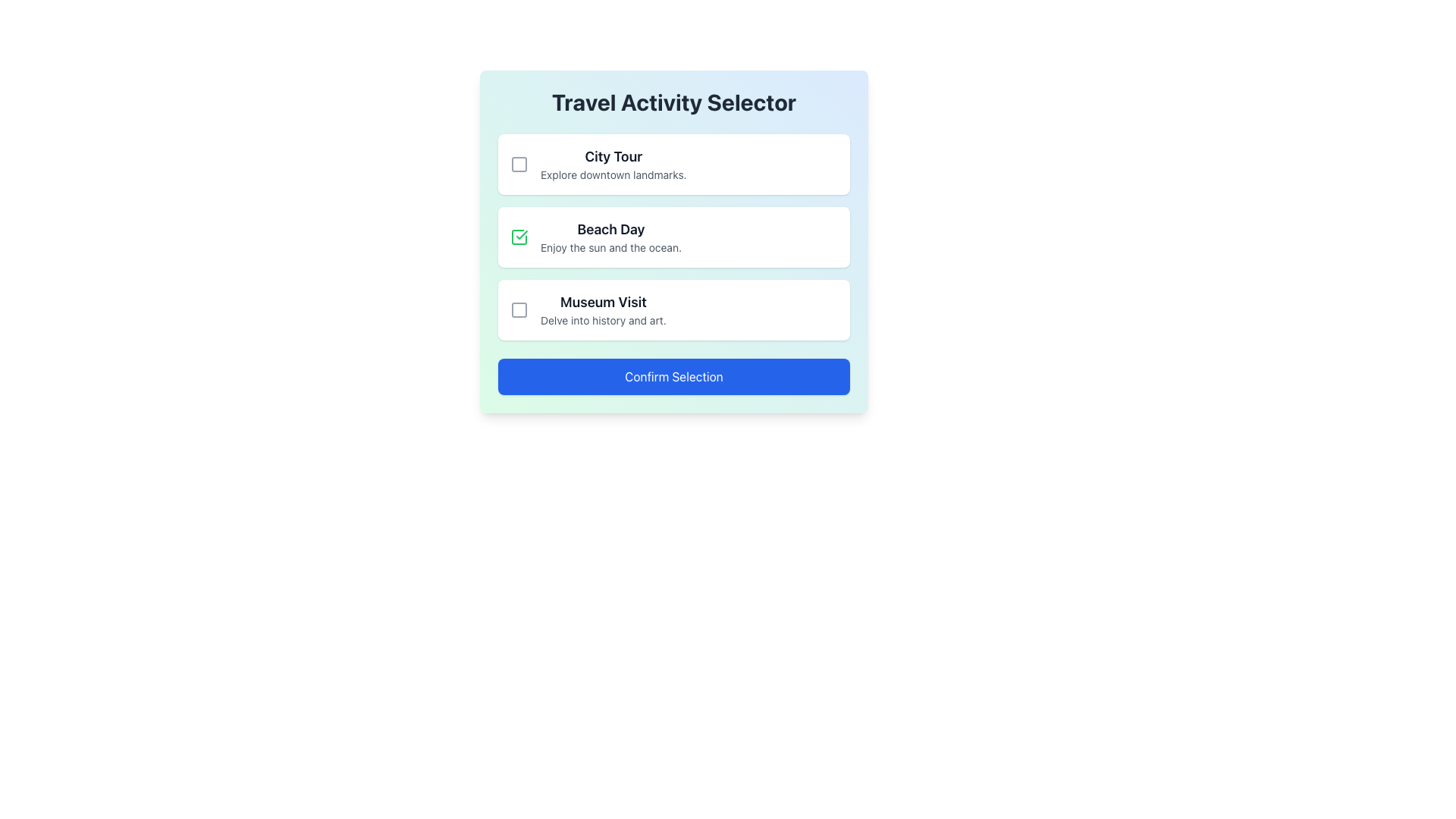 This screenshot has height=819, width=1456. I want to click on the bold and large heading text element reading 'Travel Activity Selector', which is centrally aligned and serves as the header for the activity options list, so click(673, 102).